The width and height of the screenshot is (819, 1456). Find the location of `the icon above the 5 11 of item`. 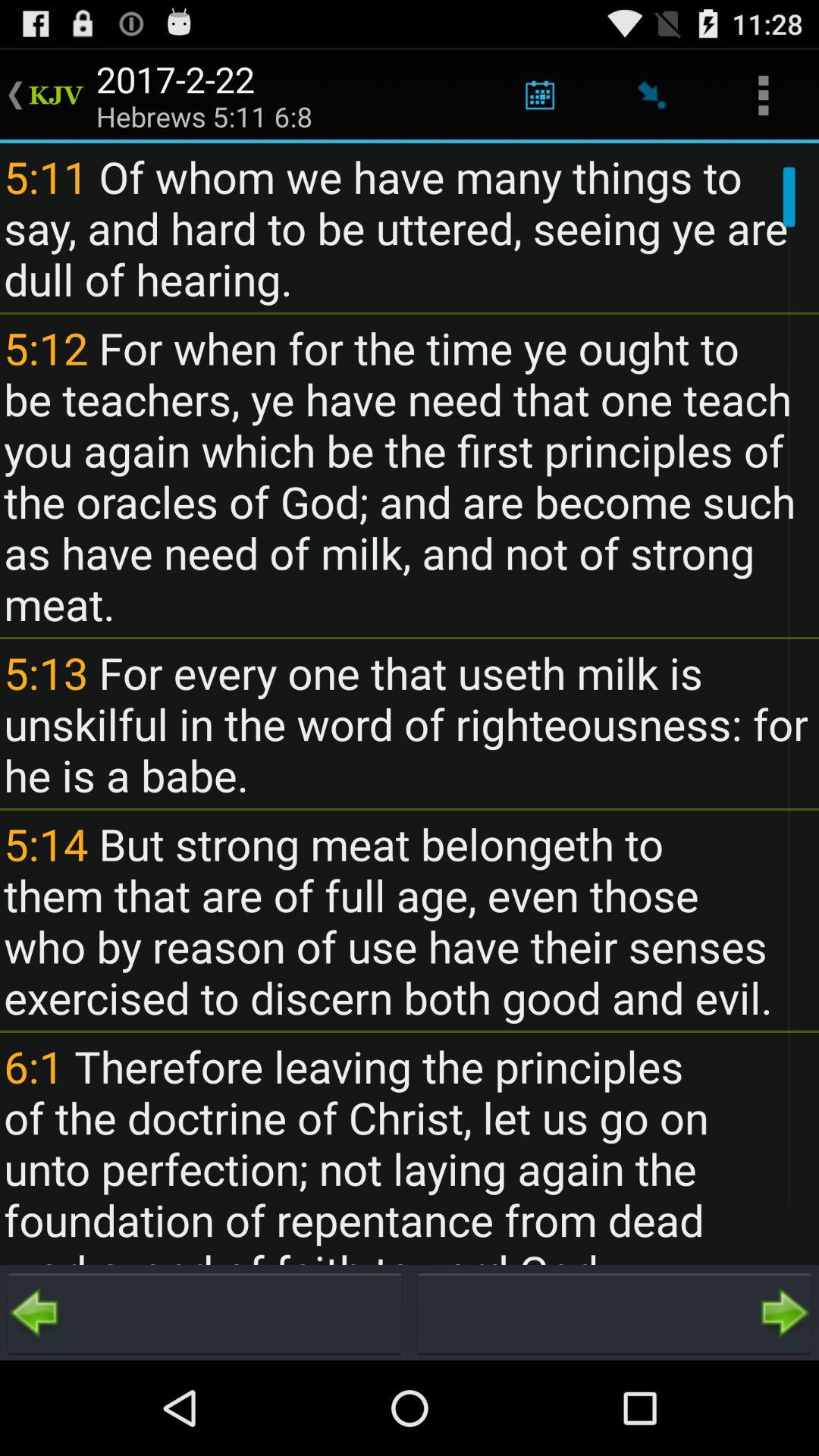

the icon above the 5 11 of item is located at coordinates (763, 94).